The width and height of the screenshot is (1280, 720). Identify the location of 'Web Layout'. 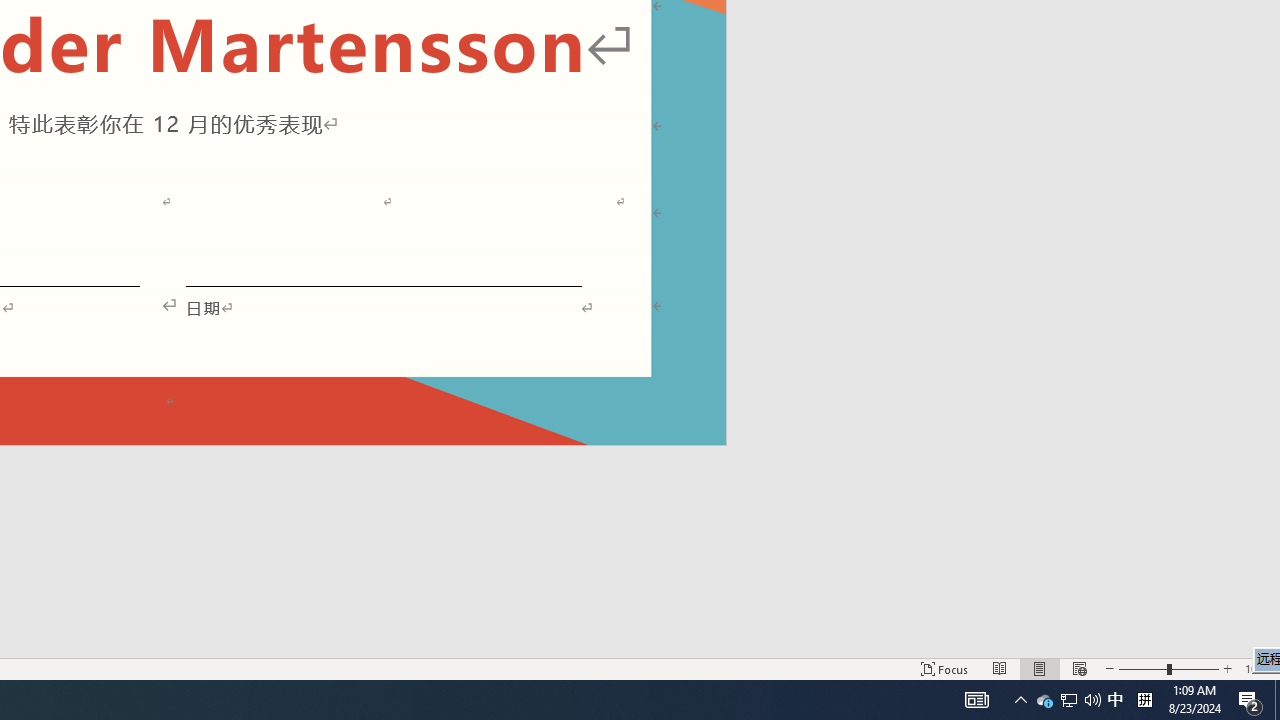
(1078, 669).